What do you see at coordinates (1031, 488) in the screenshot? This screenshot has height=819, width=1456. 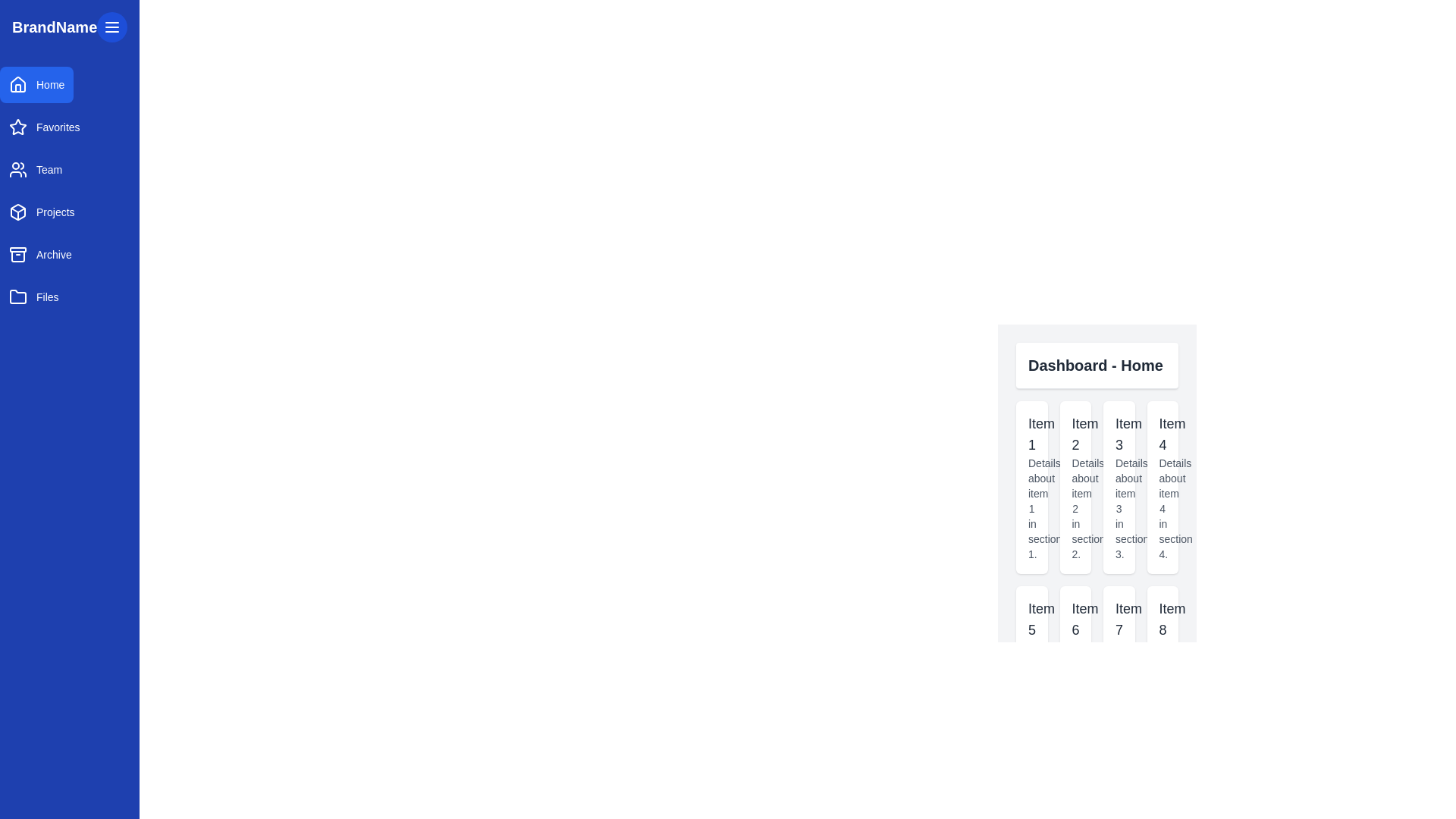 I see `the first card component in the grid layout that has a white background, rounded corners, and displays the title 'Item 1' and subtitle 'Details about item 1 in section 1.' to observe its shadow effect on hover` at bounding box center [1031, 488].